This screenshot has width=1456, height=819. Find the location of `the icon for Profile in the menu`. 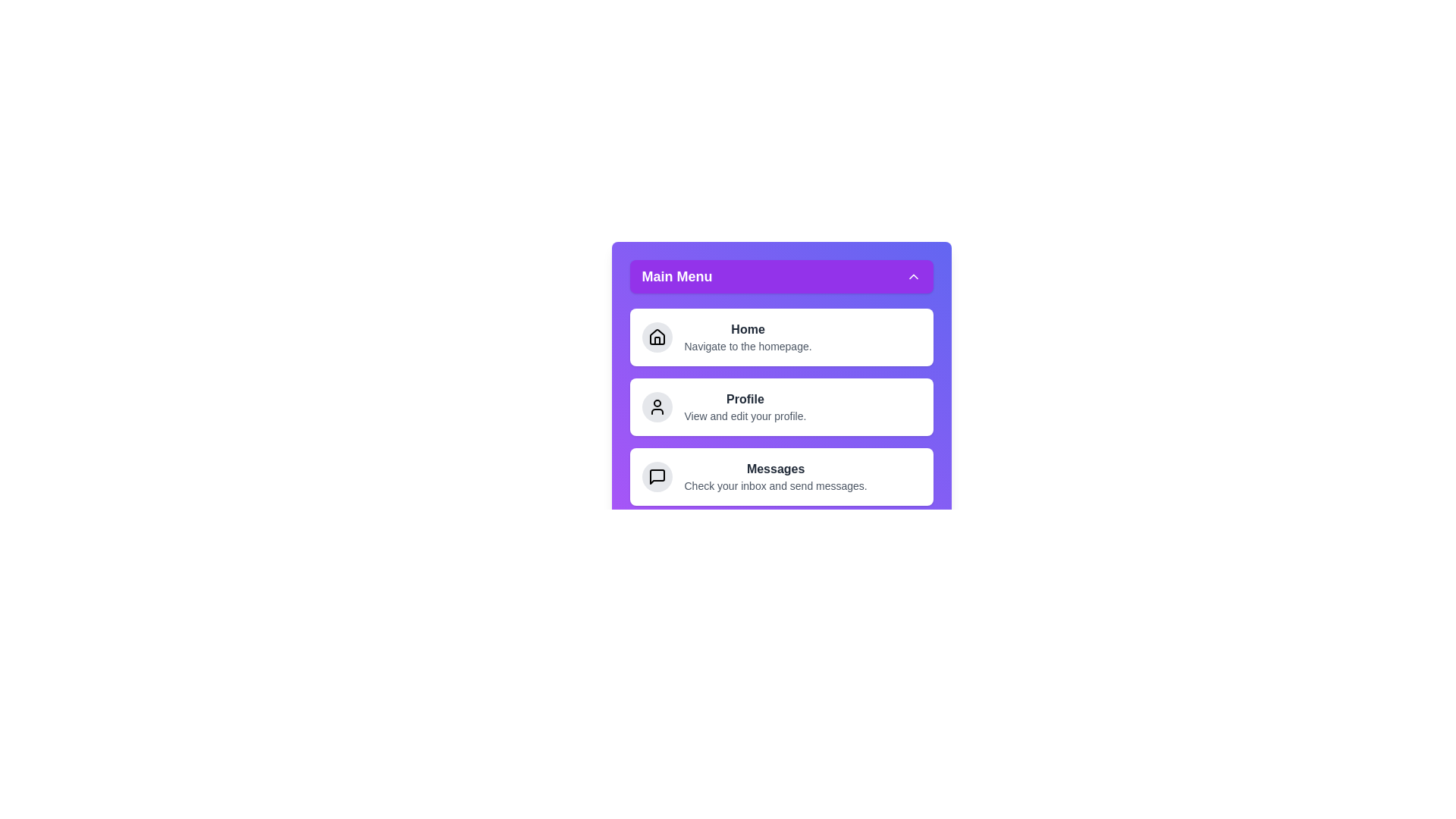

the icon for Profile in the menu is located at coordinates (657, 406).